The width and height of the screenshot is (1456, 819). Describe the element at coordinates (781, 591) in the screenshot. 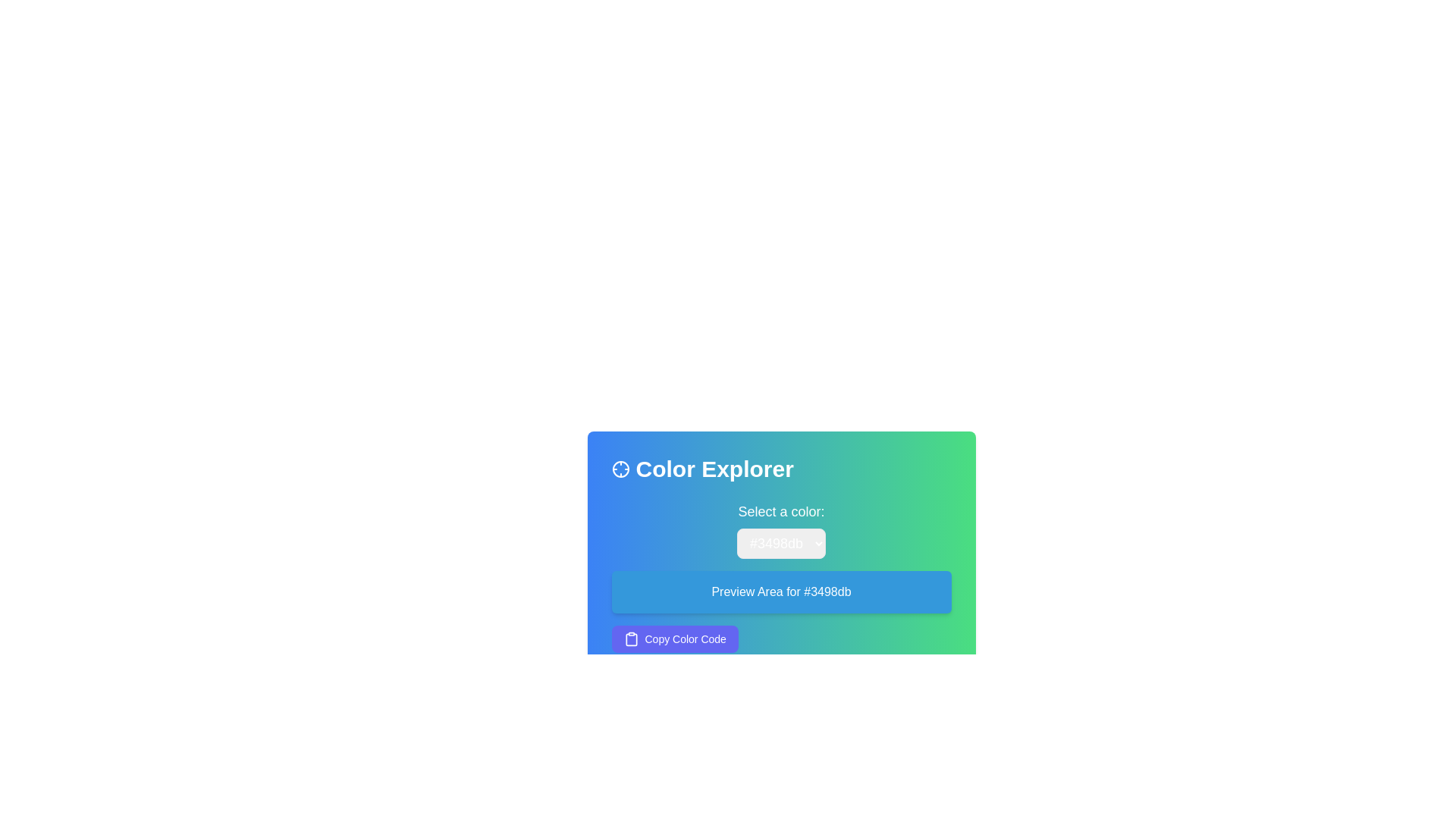

I see `the Static Text Label indicating the preview area of the selected color ('#3498db'), which is located within a blue rectangular box at the lower portion of the color explorer interface` at that location.